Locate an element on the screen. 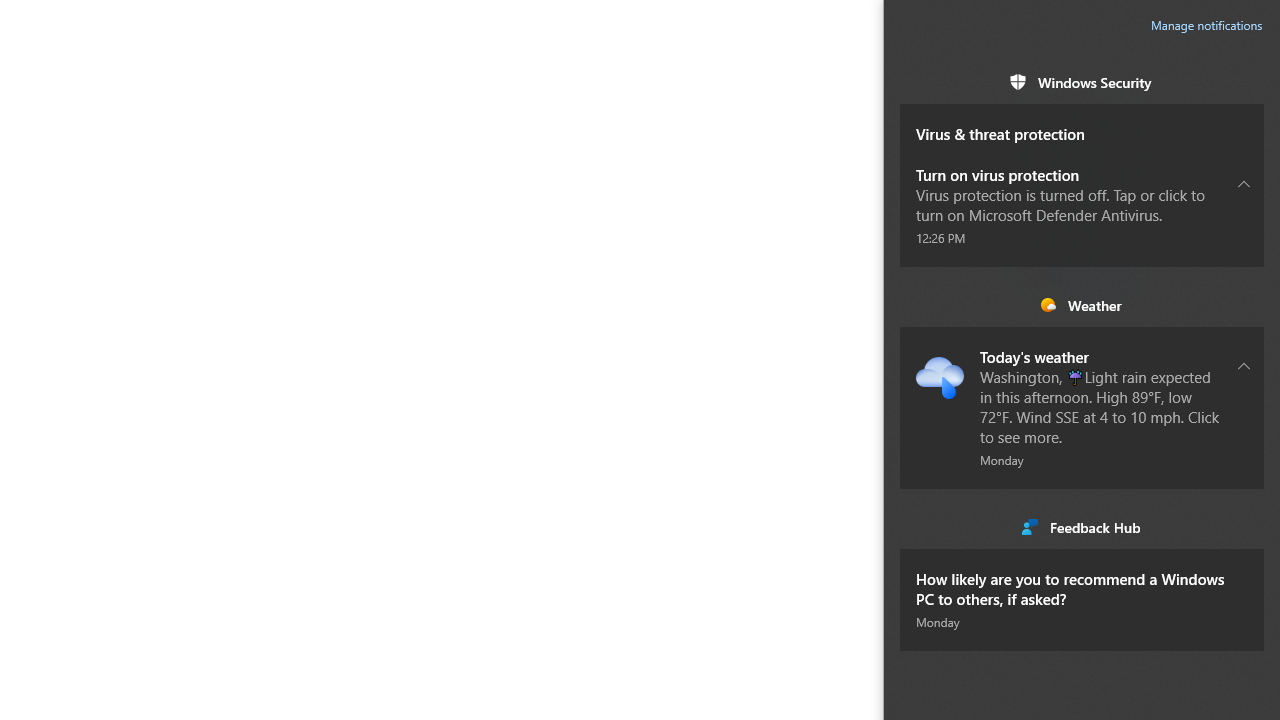  'Manage notifications' is located at coordinates (1206, 25).